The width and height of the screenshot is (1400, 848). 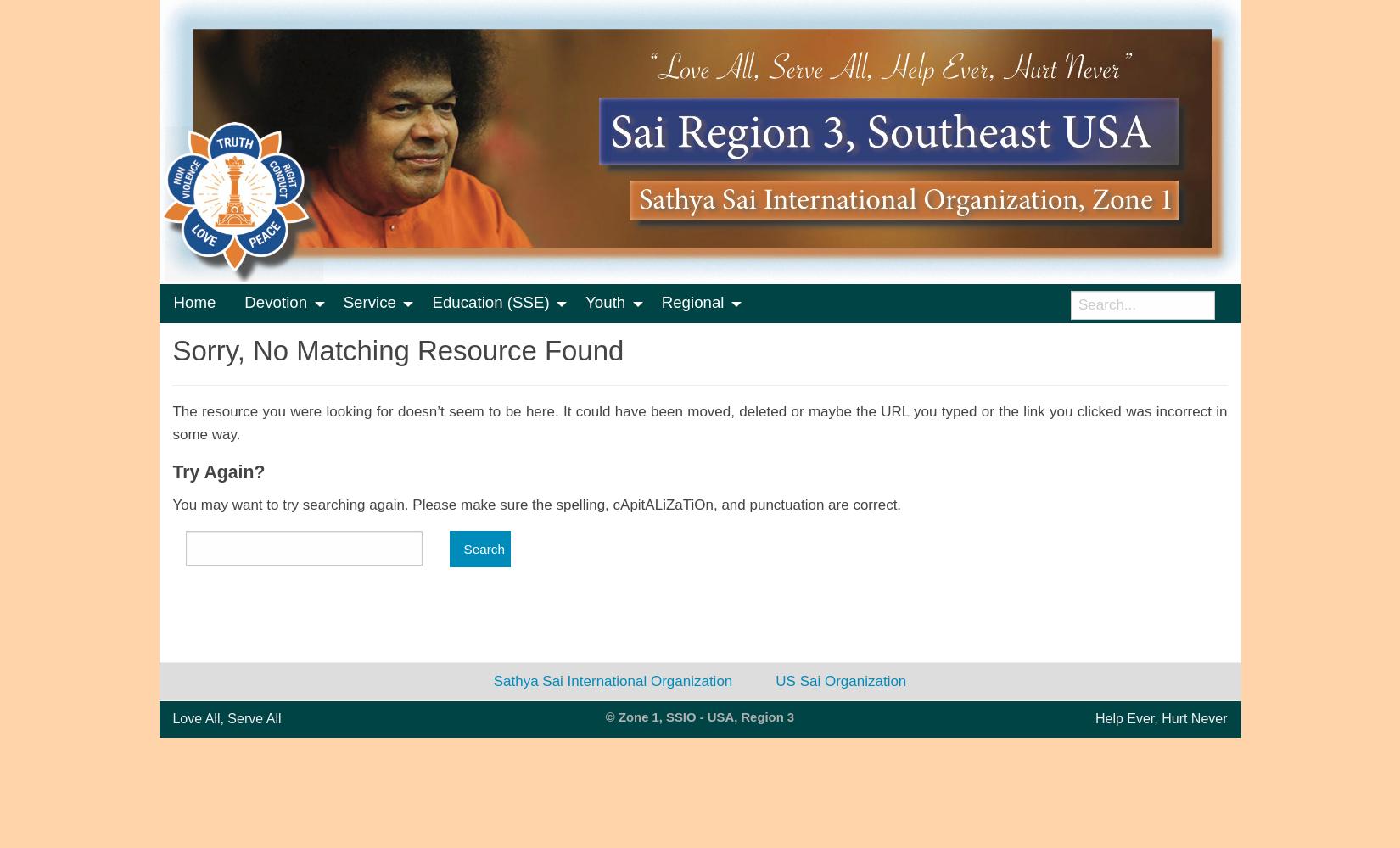 What do you see at coordinates (698, 422) in the screenshot?
I see `'The resource you were looking for doesn’t seem to be here. It could have been moved, deleted or maybe the URL you typed or the link you clicked was incorrect in some way.'` at bounding box center [698, 422].